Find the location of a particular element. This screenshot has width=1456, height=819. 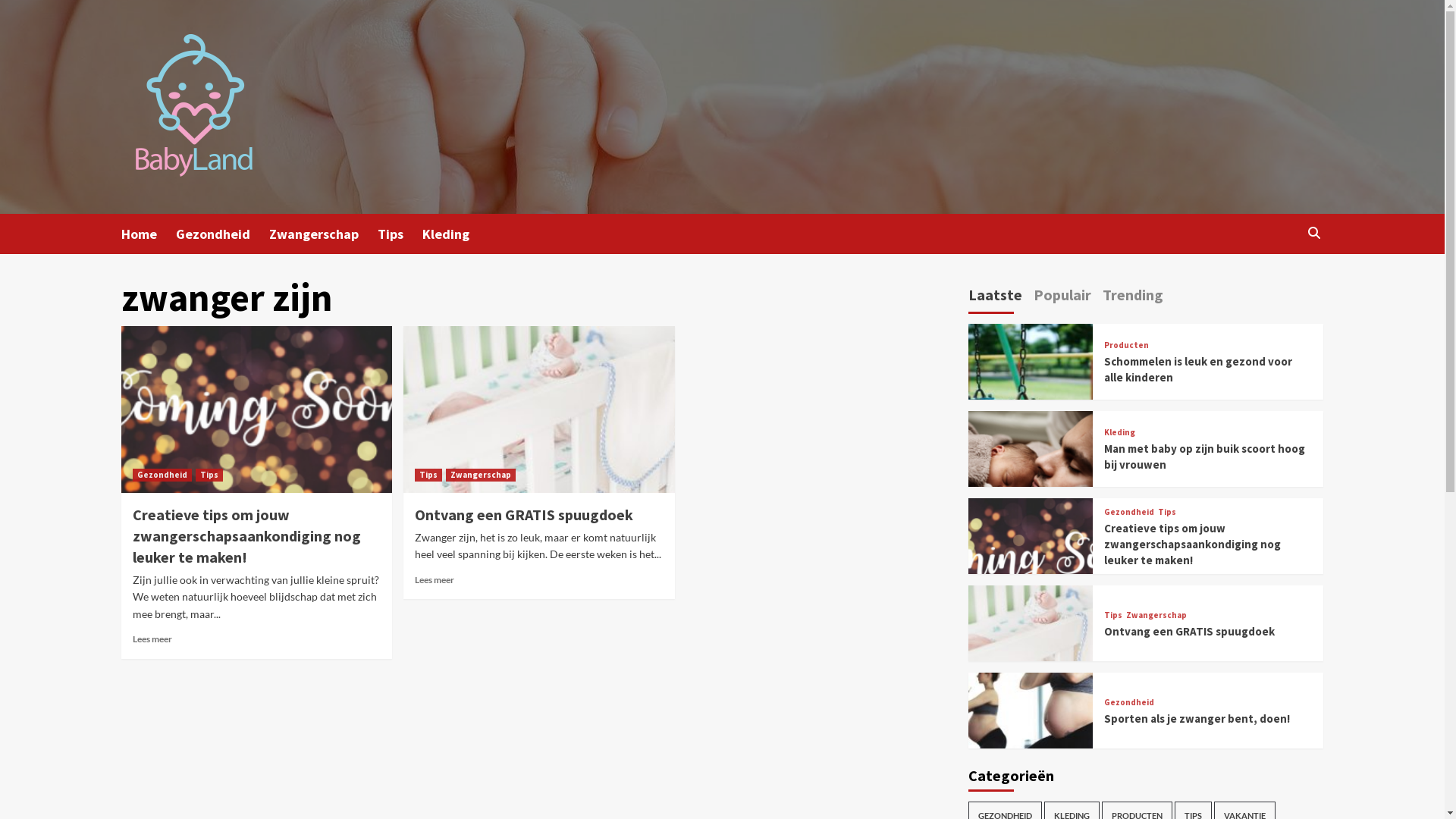

'Tips' is located at coordinates (1103, 615).